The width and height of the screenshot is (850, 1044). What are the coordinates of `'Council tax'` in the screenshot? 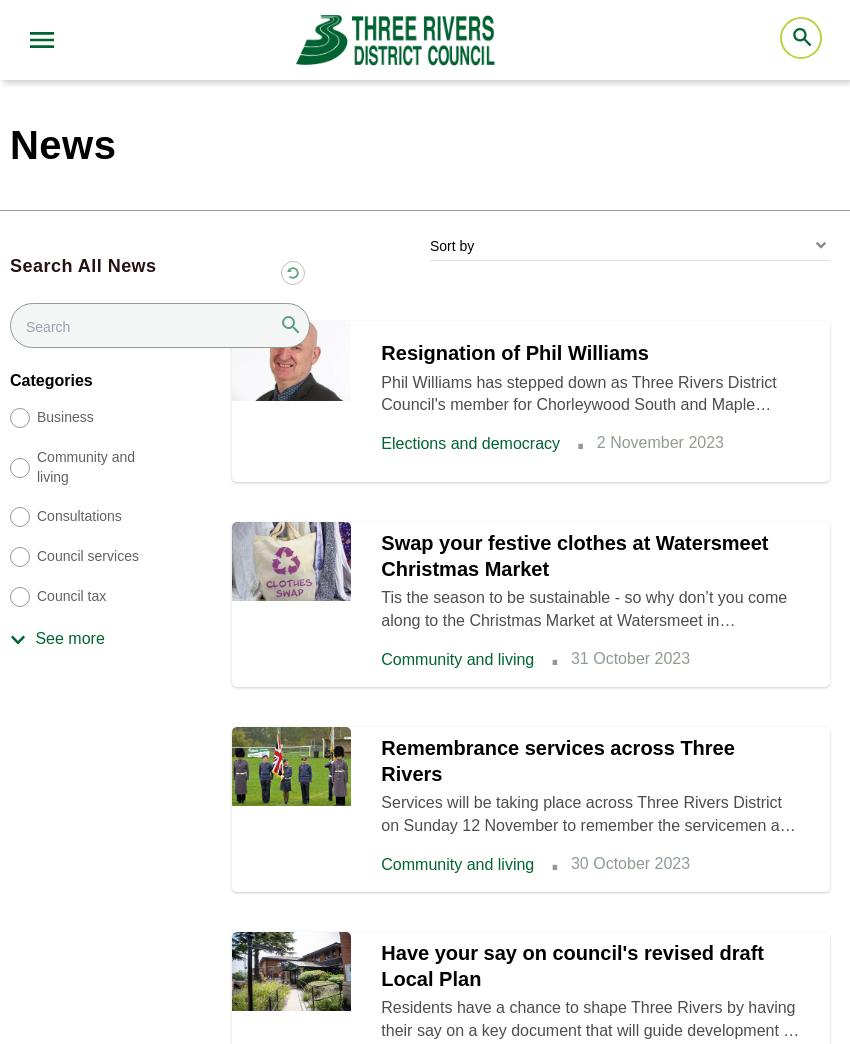 It's located at (71, 596).